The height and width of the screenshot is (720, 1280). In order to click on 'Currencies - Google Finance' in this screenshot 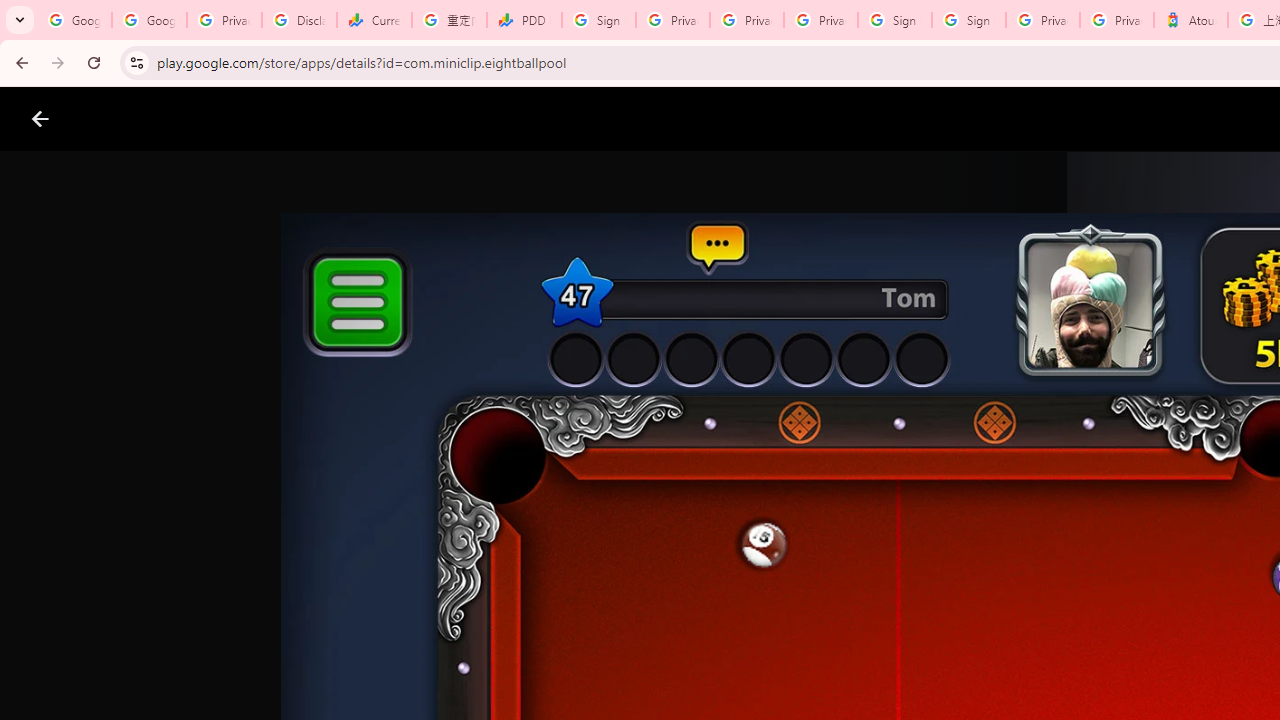, I will do `click(374, 20)`.